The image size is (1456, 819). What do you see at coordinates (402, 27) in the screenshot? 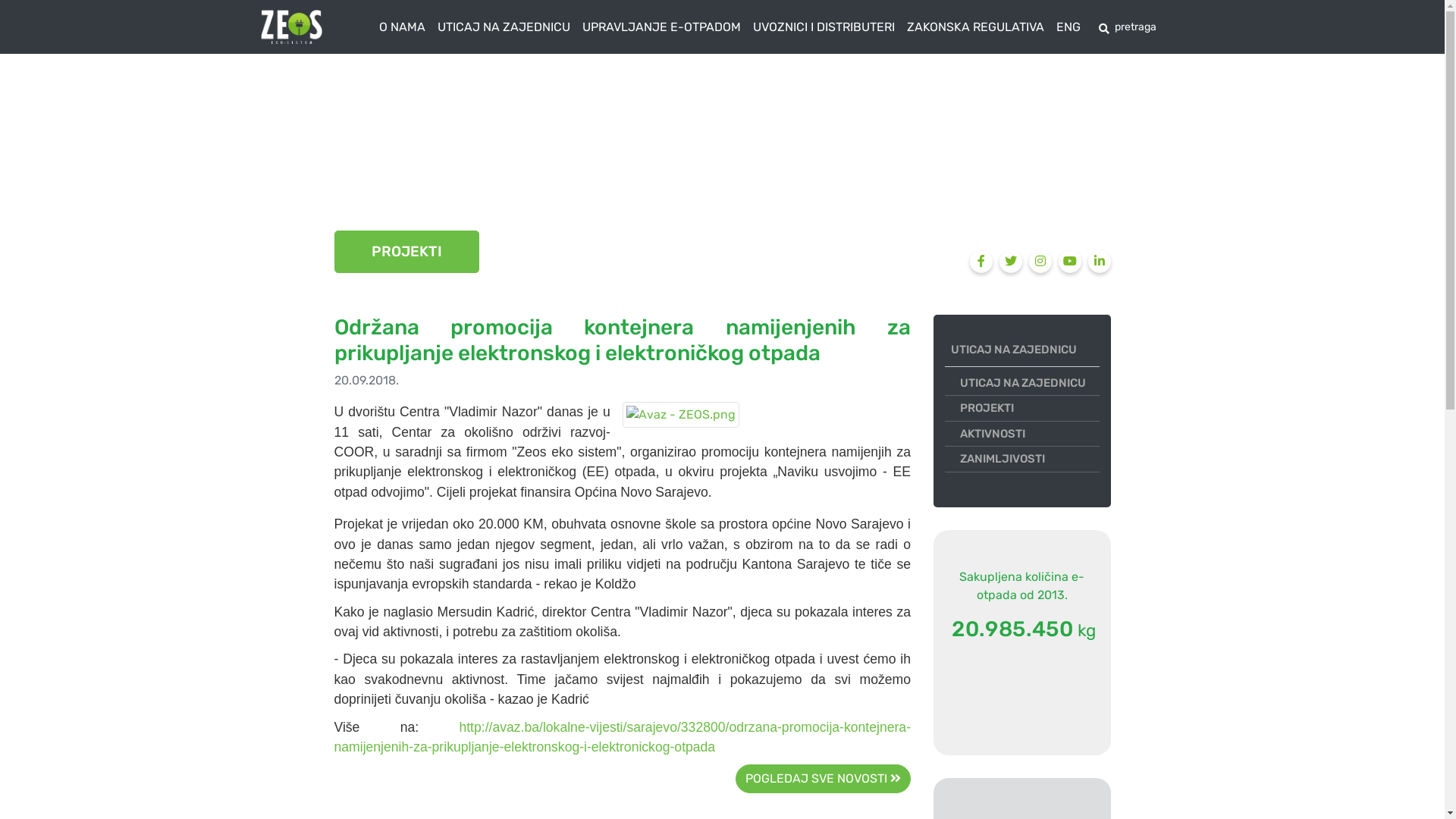
I see `'O NAMA'` at bounding box center [402, 27].